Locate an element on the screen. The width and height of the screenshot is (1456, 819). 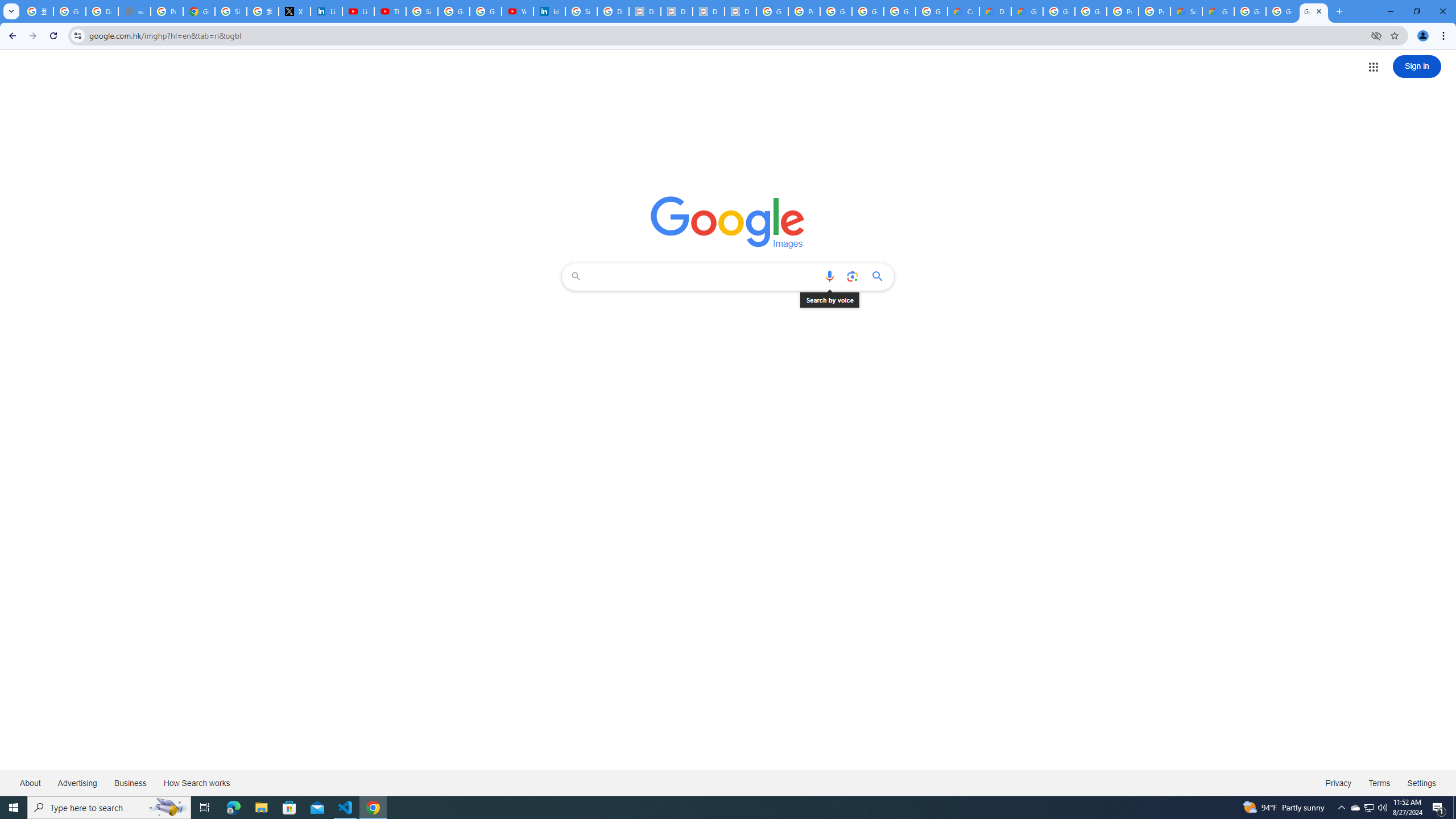
'X' is located at coordinates (294, 11).